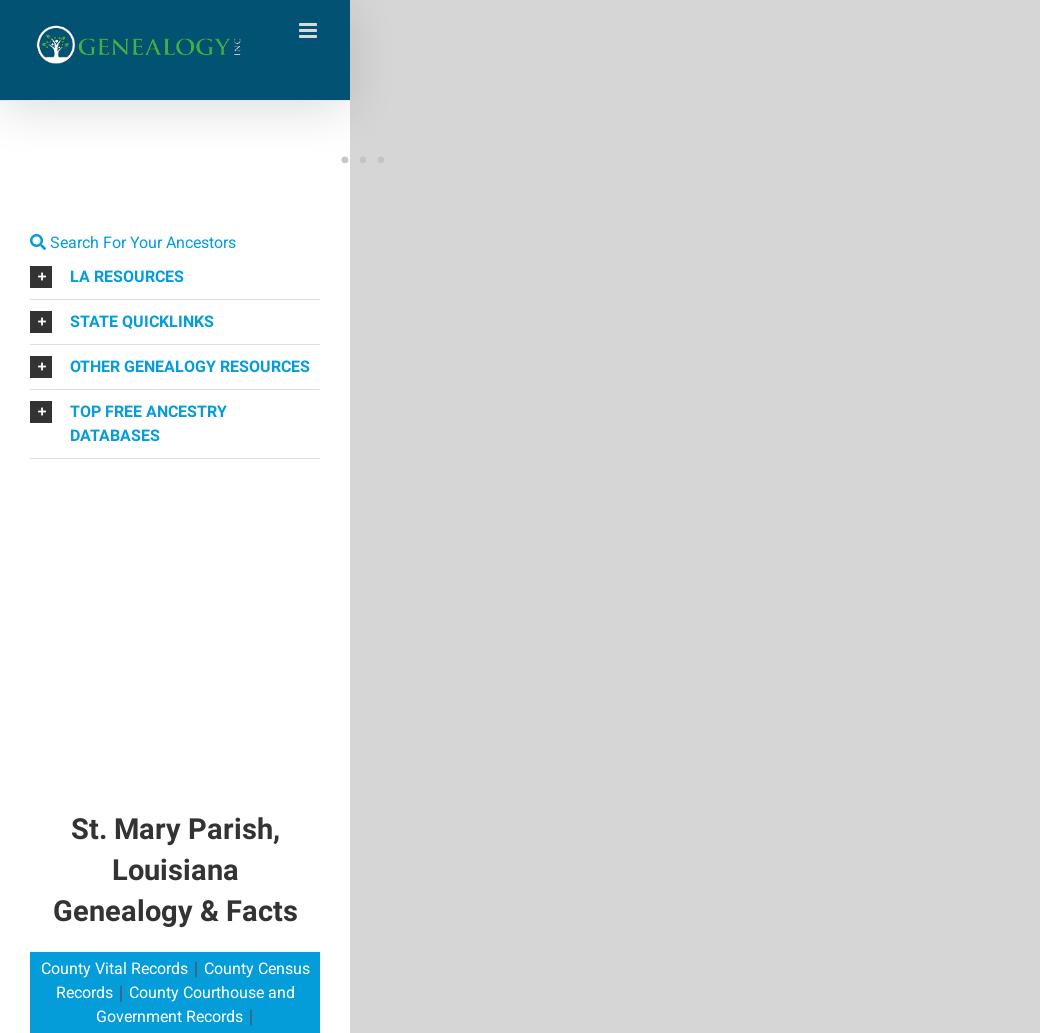  What do you see at coordinates (112, 967) in the screenshot?
I see `'County Vital Records'` at bounding box center [112, 967].